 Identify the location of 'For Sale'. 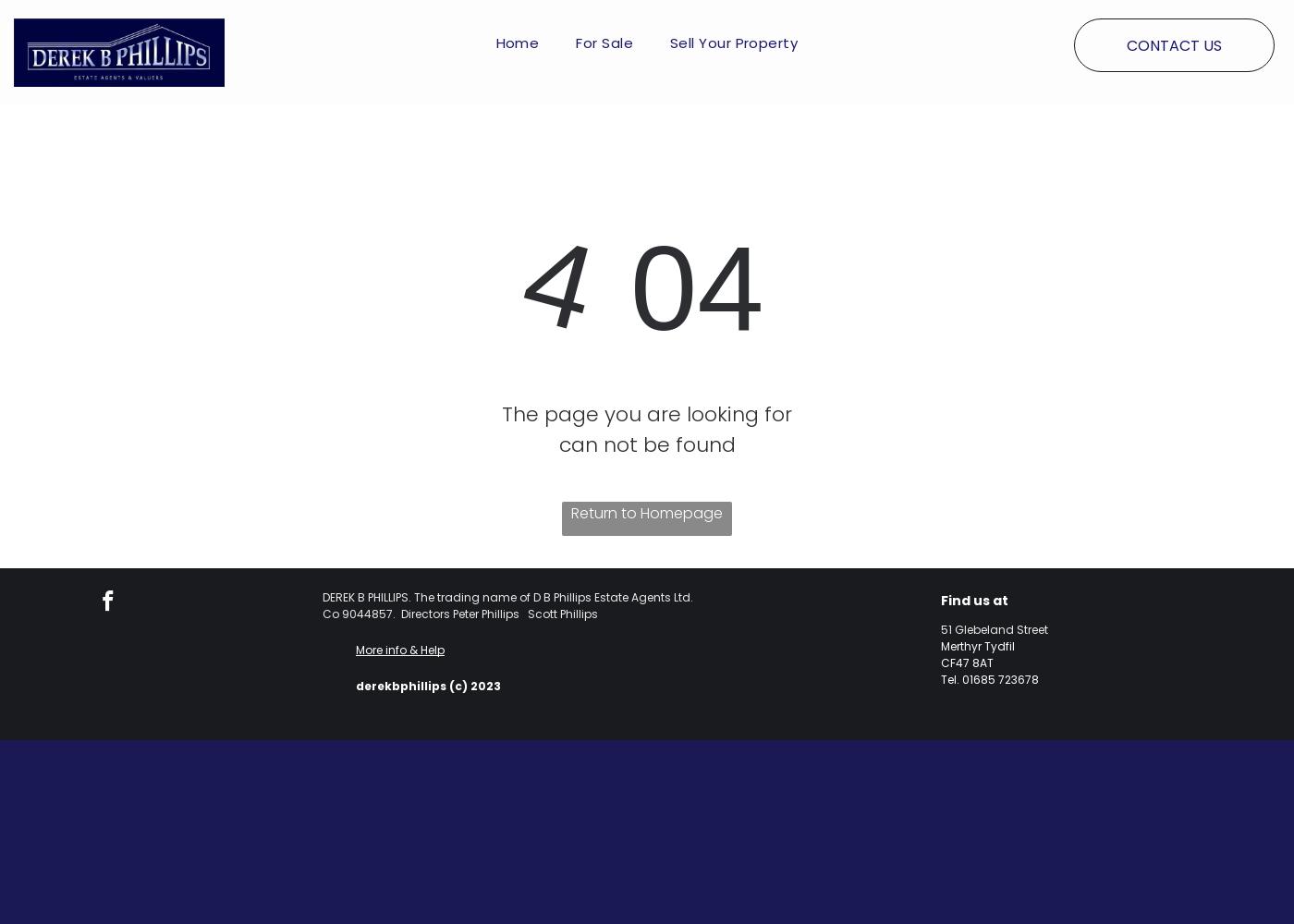
(604, 42).